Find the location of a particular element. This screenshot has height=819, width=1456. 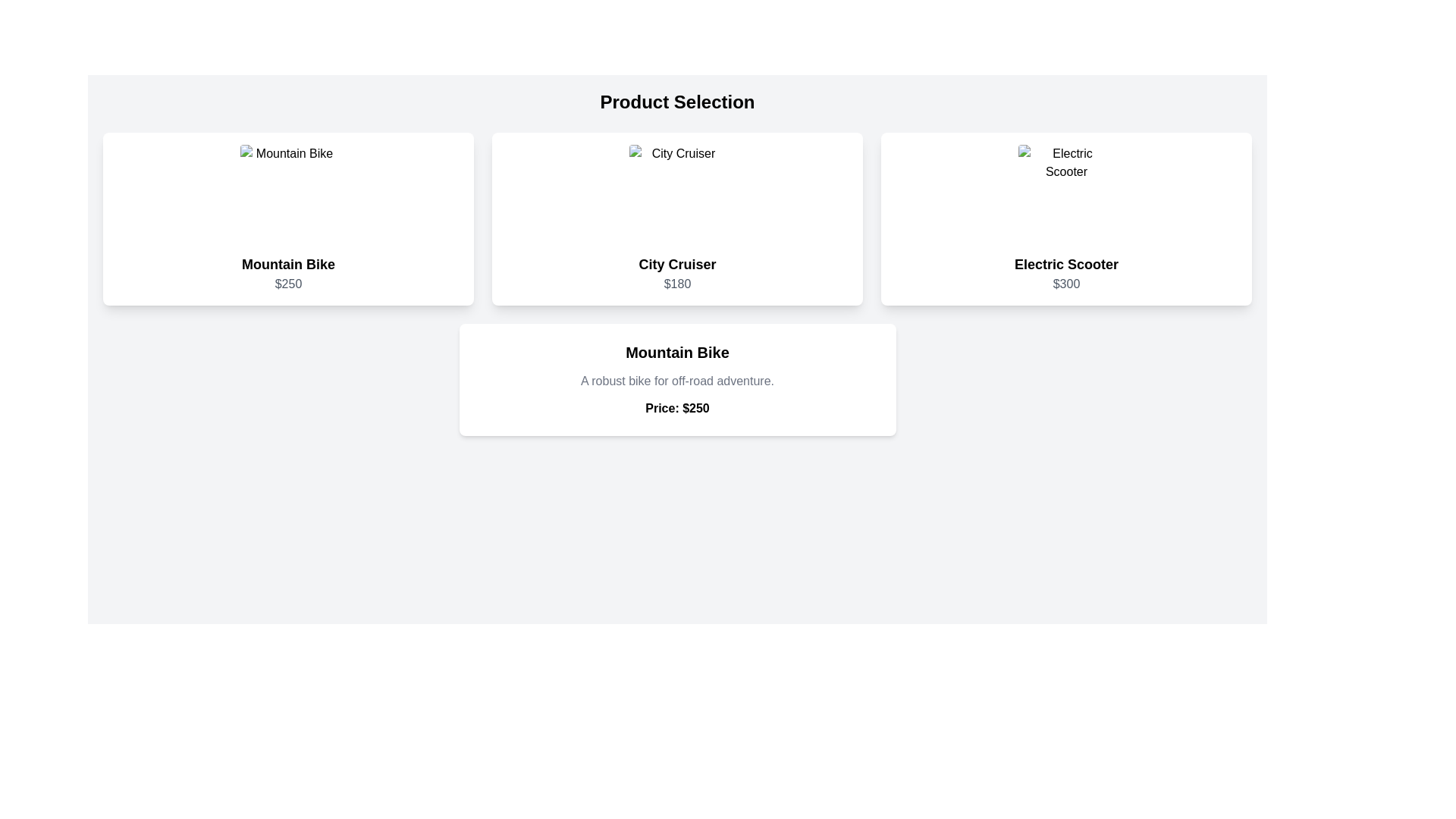

the card containing the 'Mountain Bike' title text heading located at the top of the product card is located at coordinates (676, 353).